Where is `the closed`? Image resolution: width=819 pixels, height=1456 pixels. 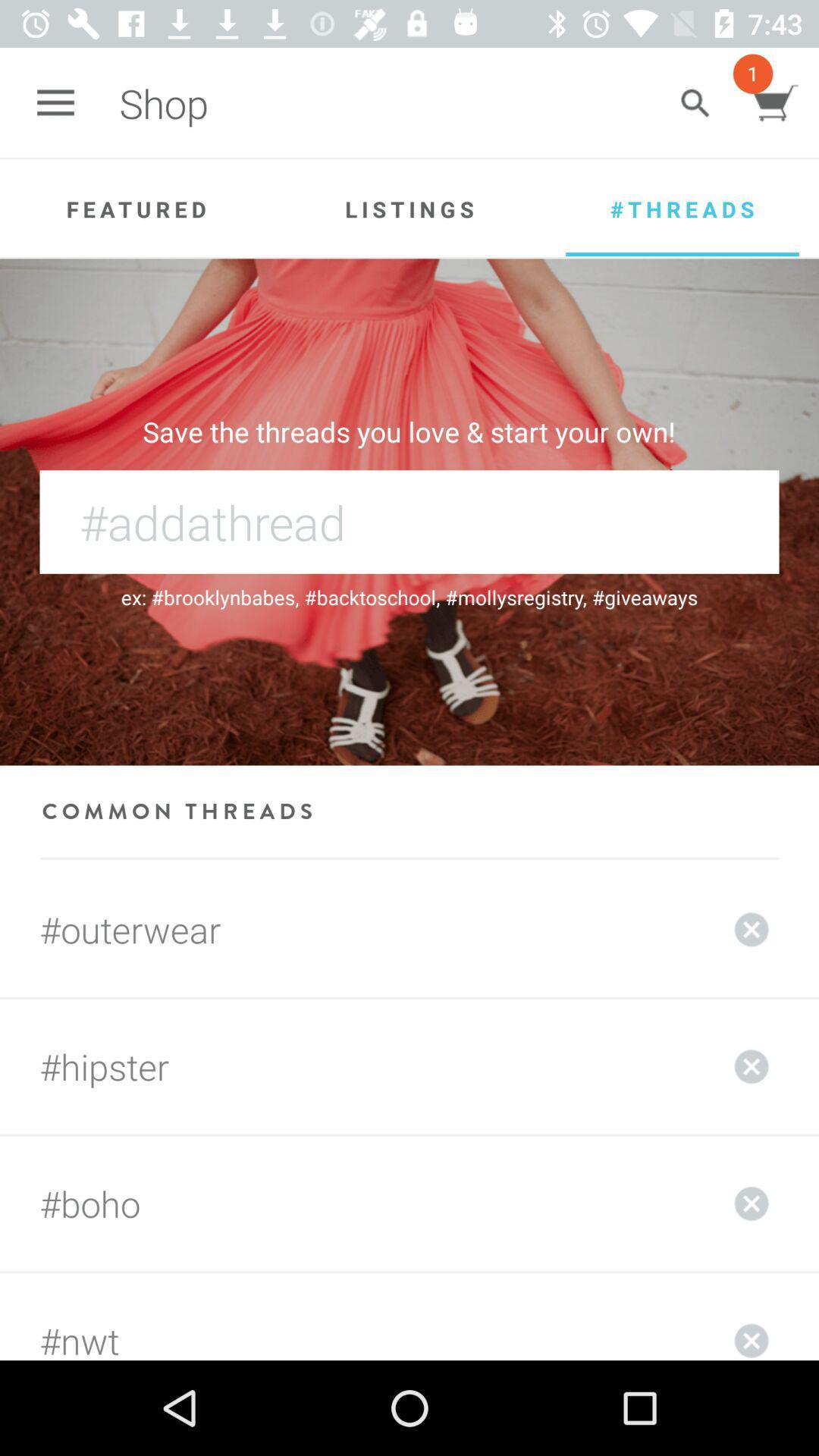
the closed is located at coordinates (752, 1065).